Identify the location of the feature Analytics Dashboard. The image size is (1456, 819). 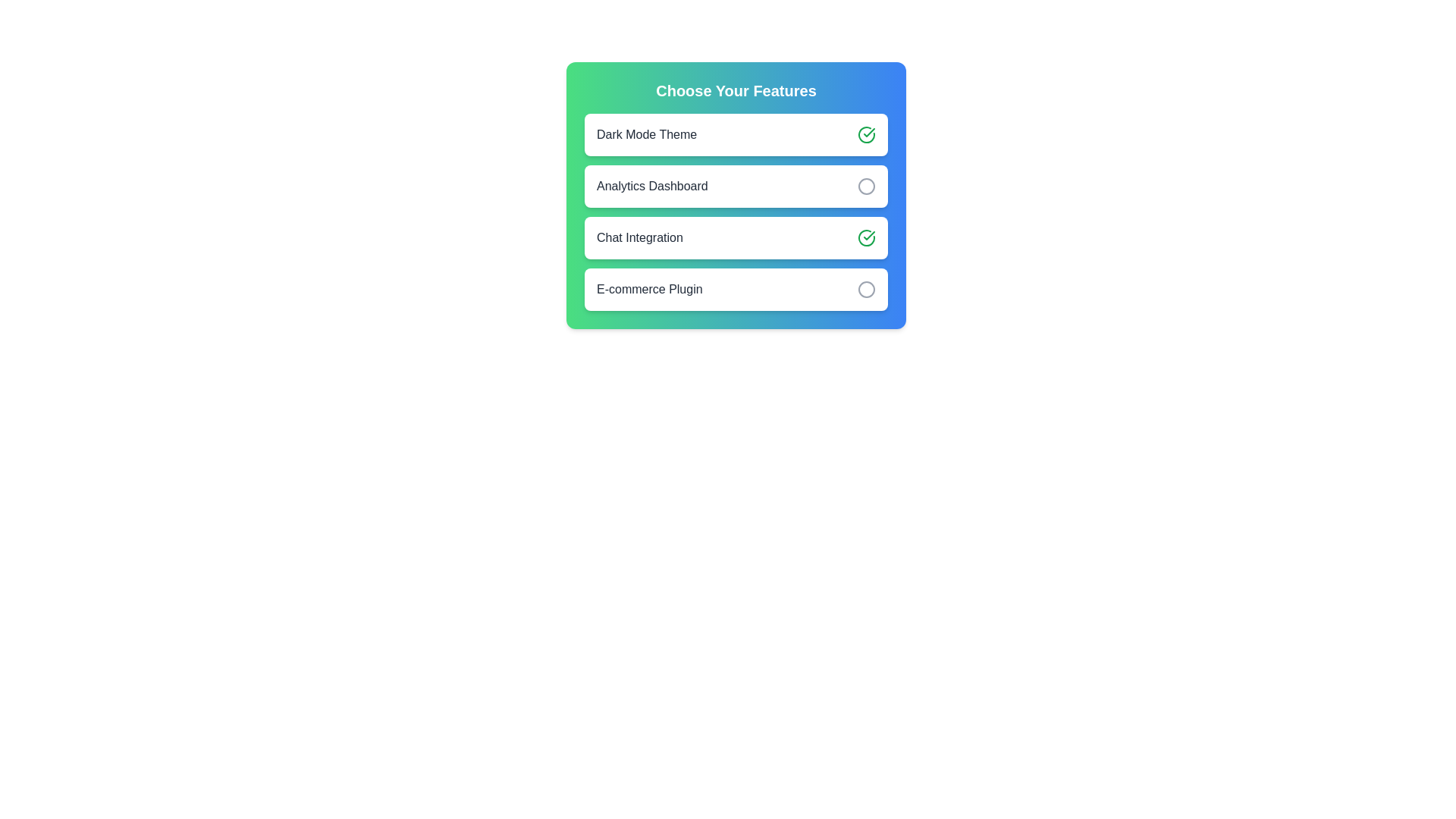
(866, 186).